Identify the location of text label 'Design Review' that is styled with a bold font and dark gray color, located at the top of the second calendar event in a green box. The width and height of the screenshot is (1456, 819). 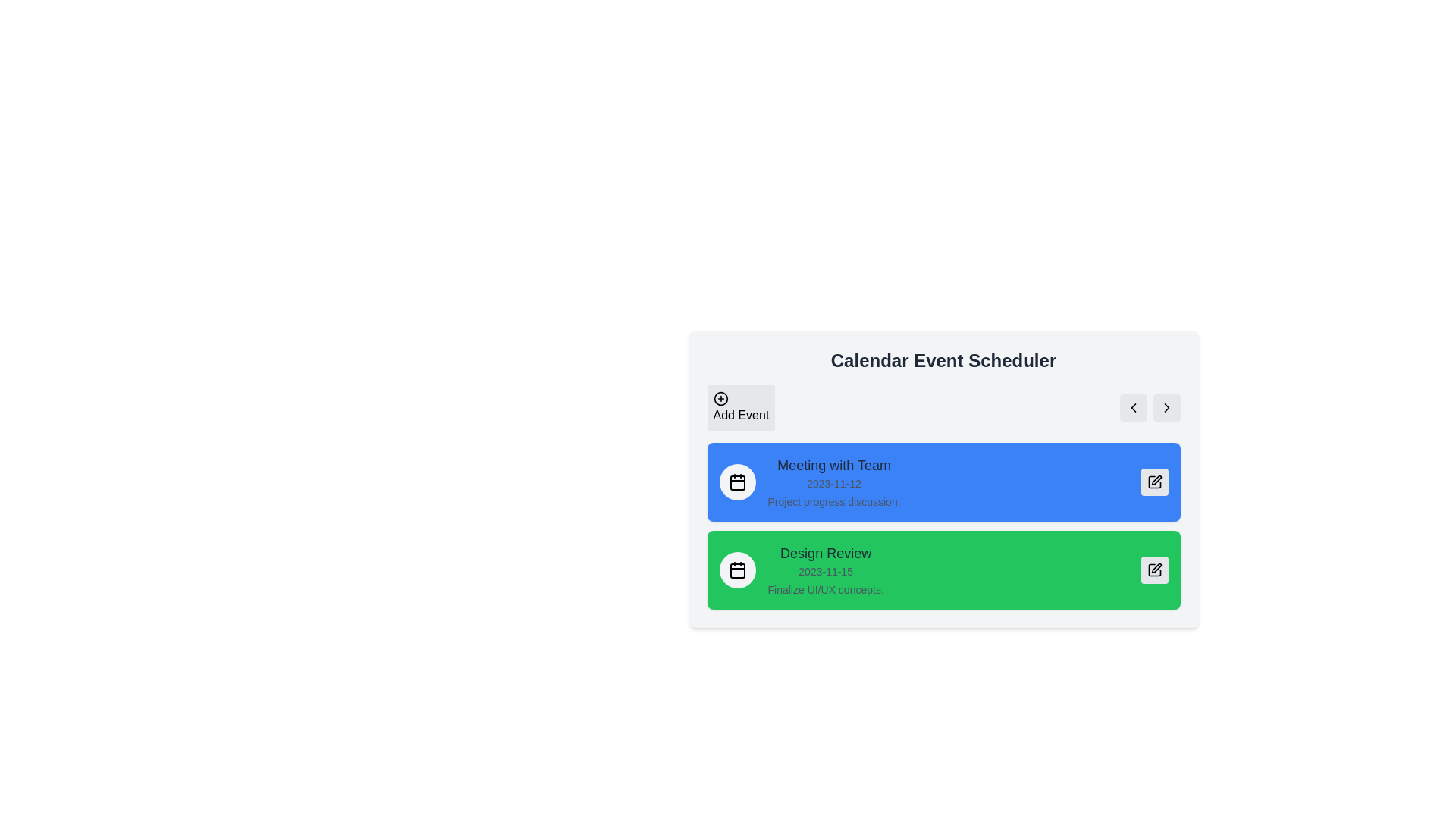
(825, 553).